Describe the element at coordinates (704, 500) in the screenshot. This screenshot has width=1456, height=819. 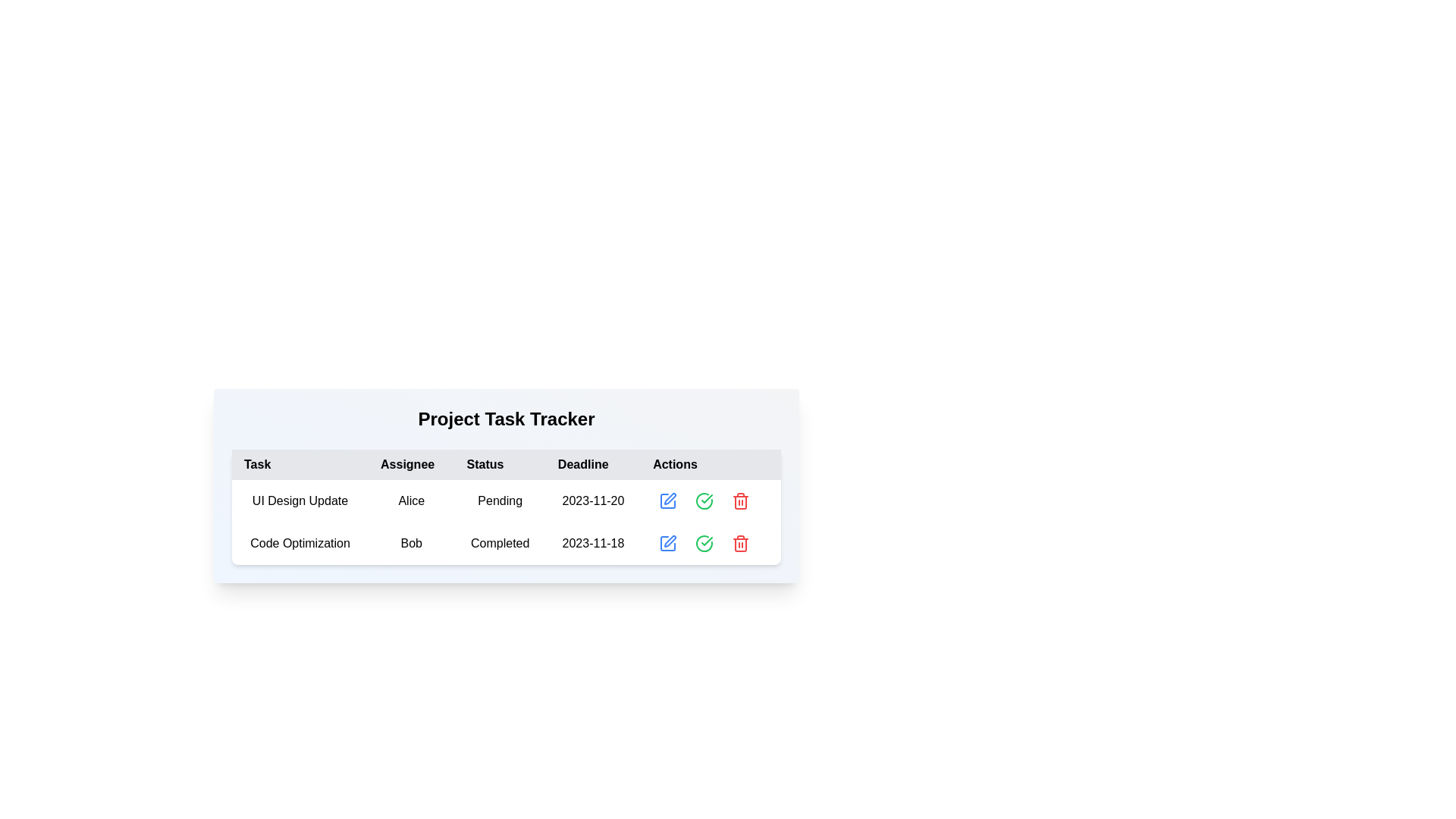
I see `the button located in the 'Actions' column of the second row of the table for the task 'UI Design Update' to mark it as completed` at that location.